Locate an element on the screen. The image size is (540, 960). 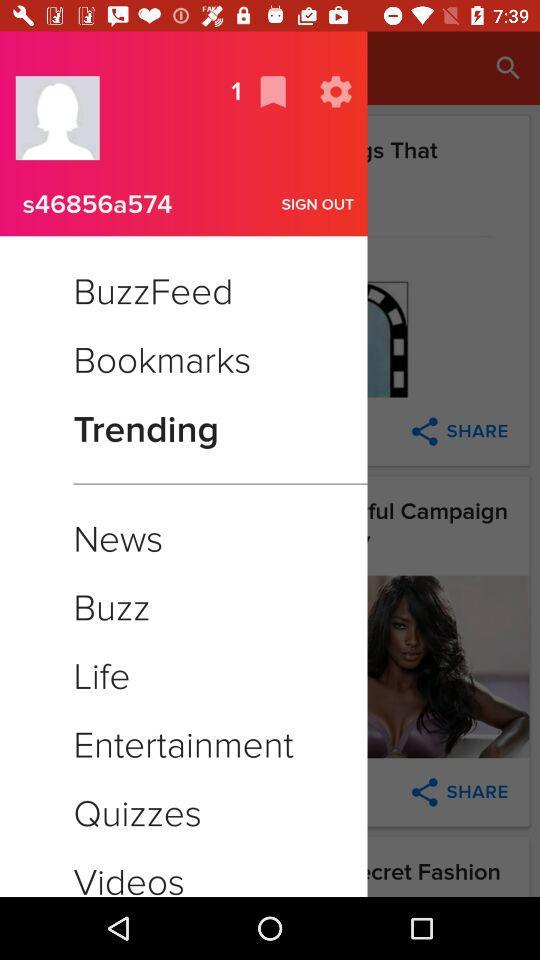
sign out is located at coordinates (318, 204).